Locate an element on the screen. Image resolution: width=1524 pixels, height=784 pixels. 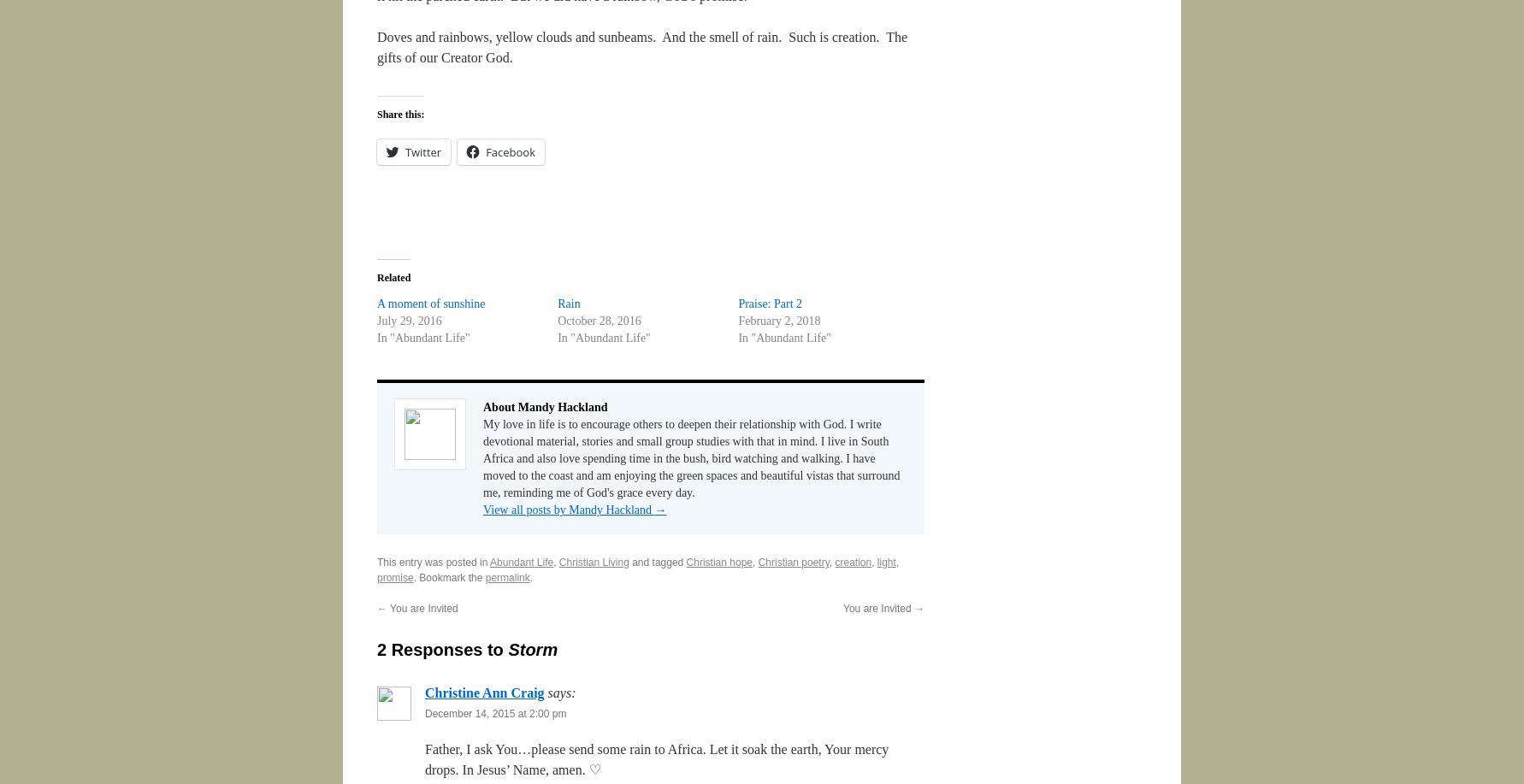
'Christian Living' is located at coordinates (593, 563).